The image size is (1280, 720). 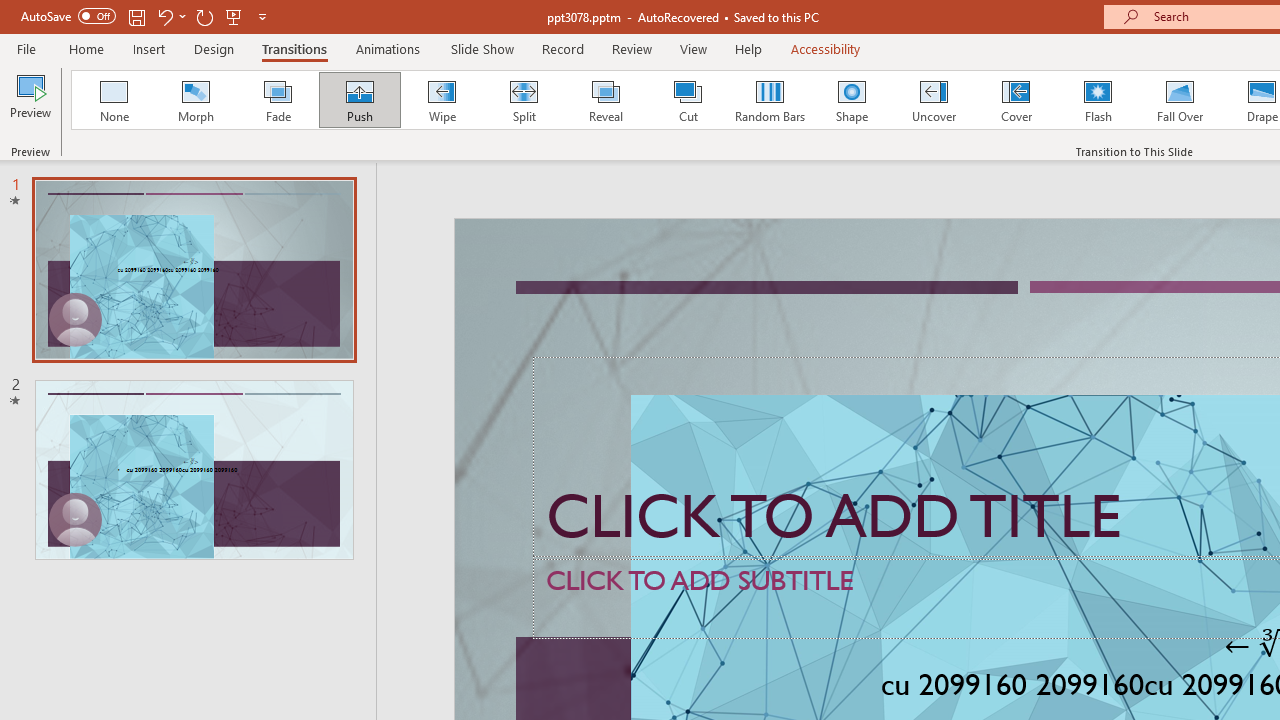 What do you see at coordinates (112, 100) in the screenshot?
I see `'None'` at bounding box center [112, 100].